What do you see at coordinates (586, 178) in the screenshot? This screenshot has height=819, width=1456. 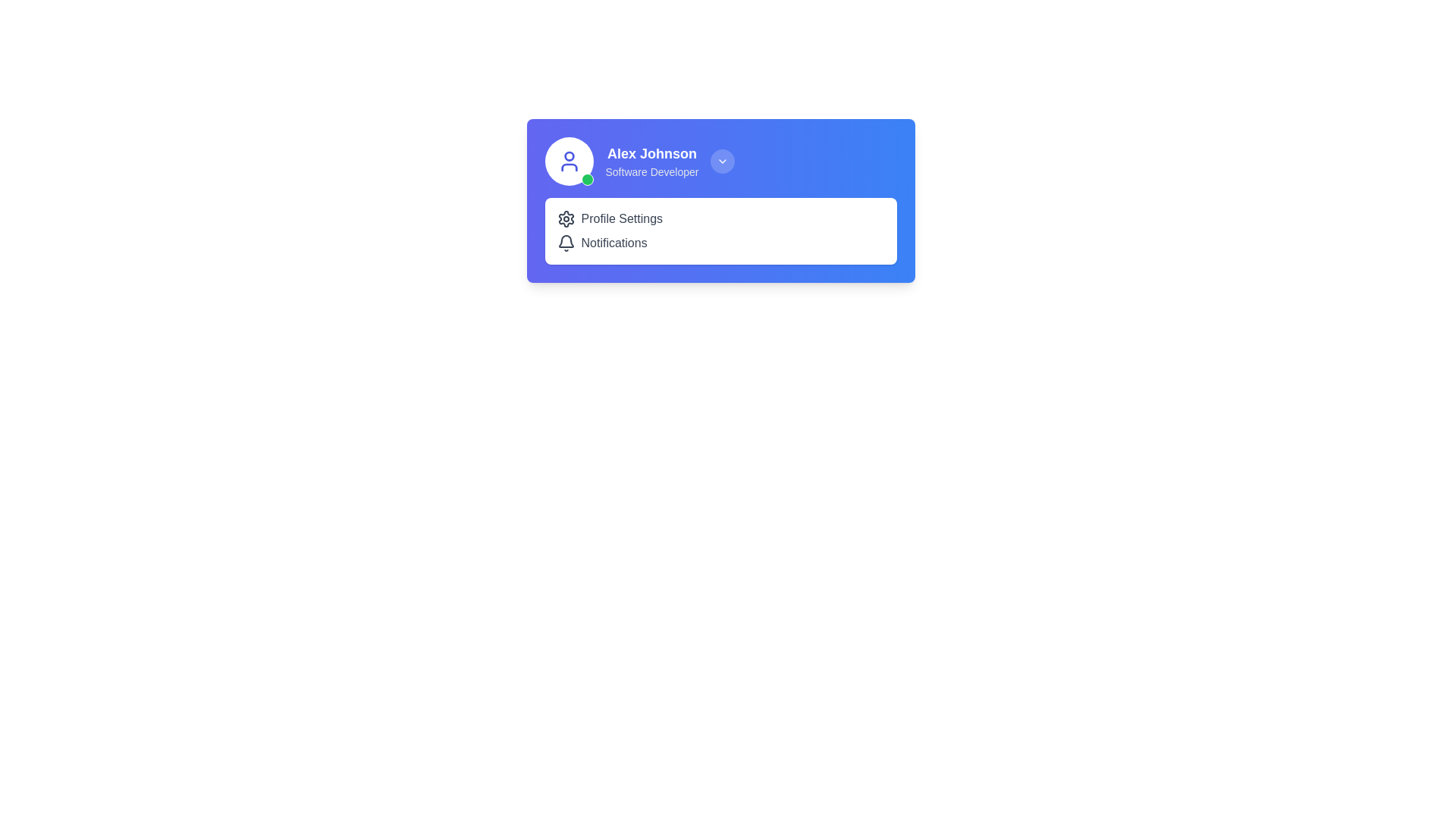 I see `the status indicator located at the bottom-right corner of the circular profile icon associated with the profile of 'Alex Johnson'` at bounding box center [586, 178].